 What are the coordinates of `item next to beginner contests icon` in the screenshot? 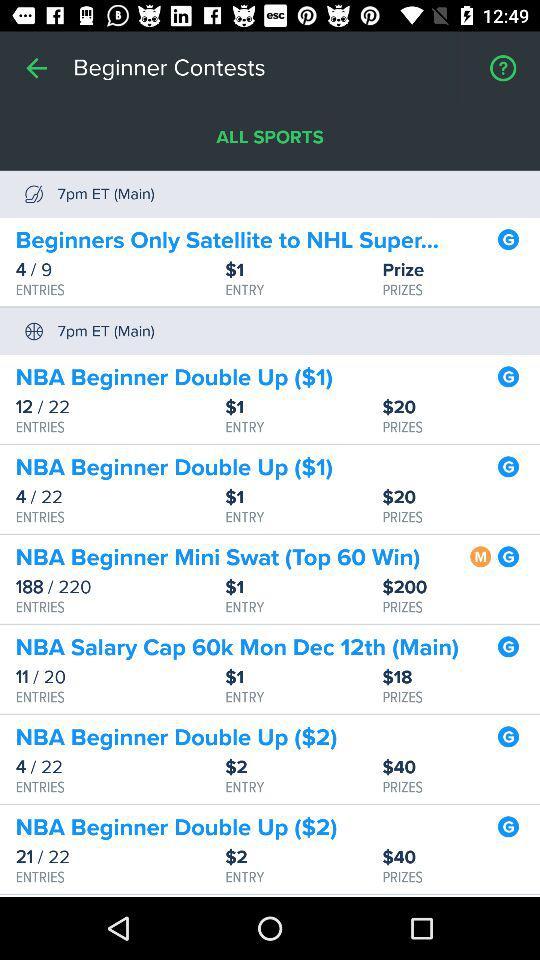 It's located at (36, 68).